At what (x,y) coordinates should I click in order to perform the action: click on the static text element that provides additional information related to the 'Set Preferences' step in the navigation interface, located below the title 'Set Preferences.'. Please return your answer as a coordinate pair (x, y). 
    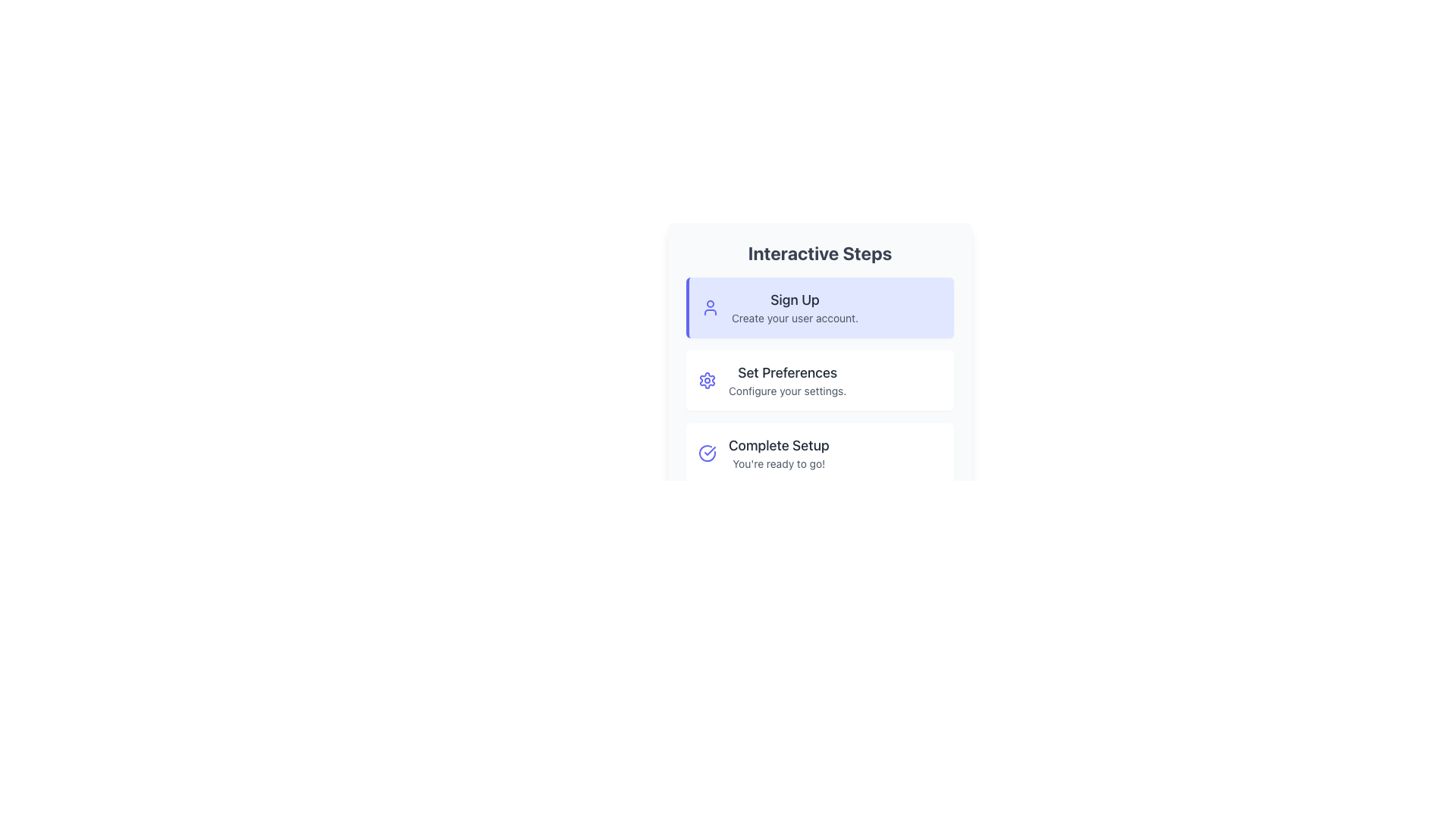
    Looking at the image, I should click on (787, 391).